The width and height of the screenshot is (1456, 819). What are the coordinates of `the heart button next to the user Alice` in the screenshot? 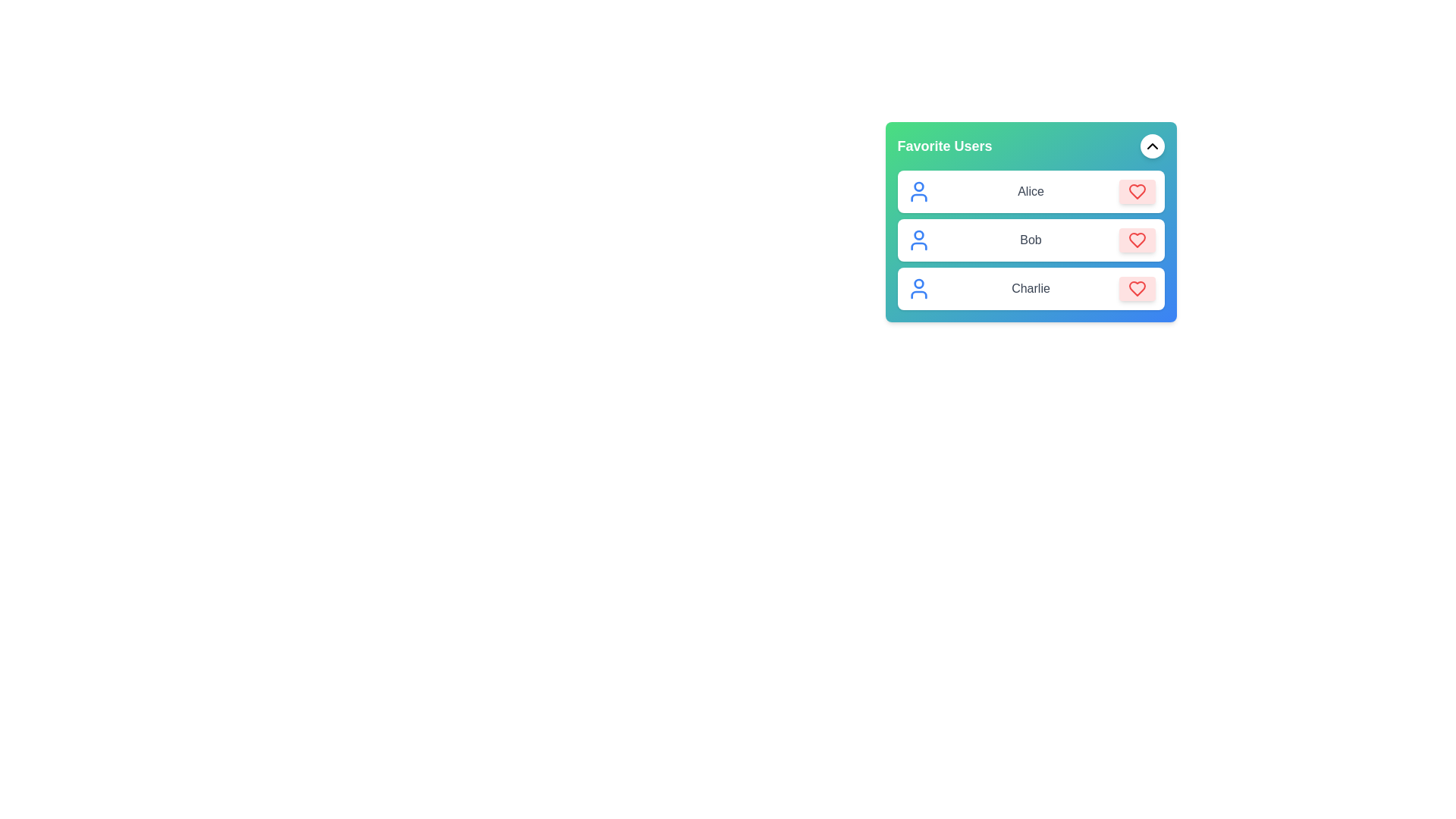 It's located at (1137, 191).